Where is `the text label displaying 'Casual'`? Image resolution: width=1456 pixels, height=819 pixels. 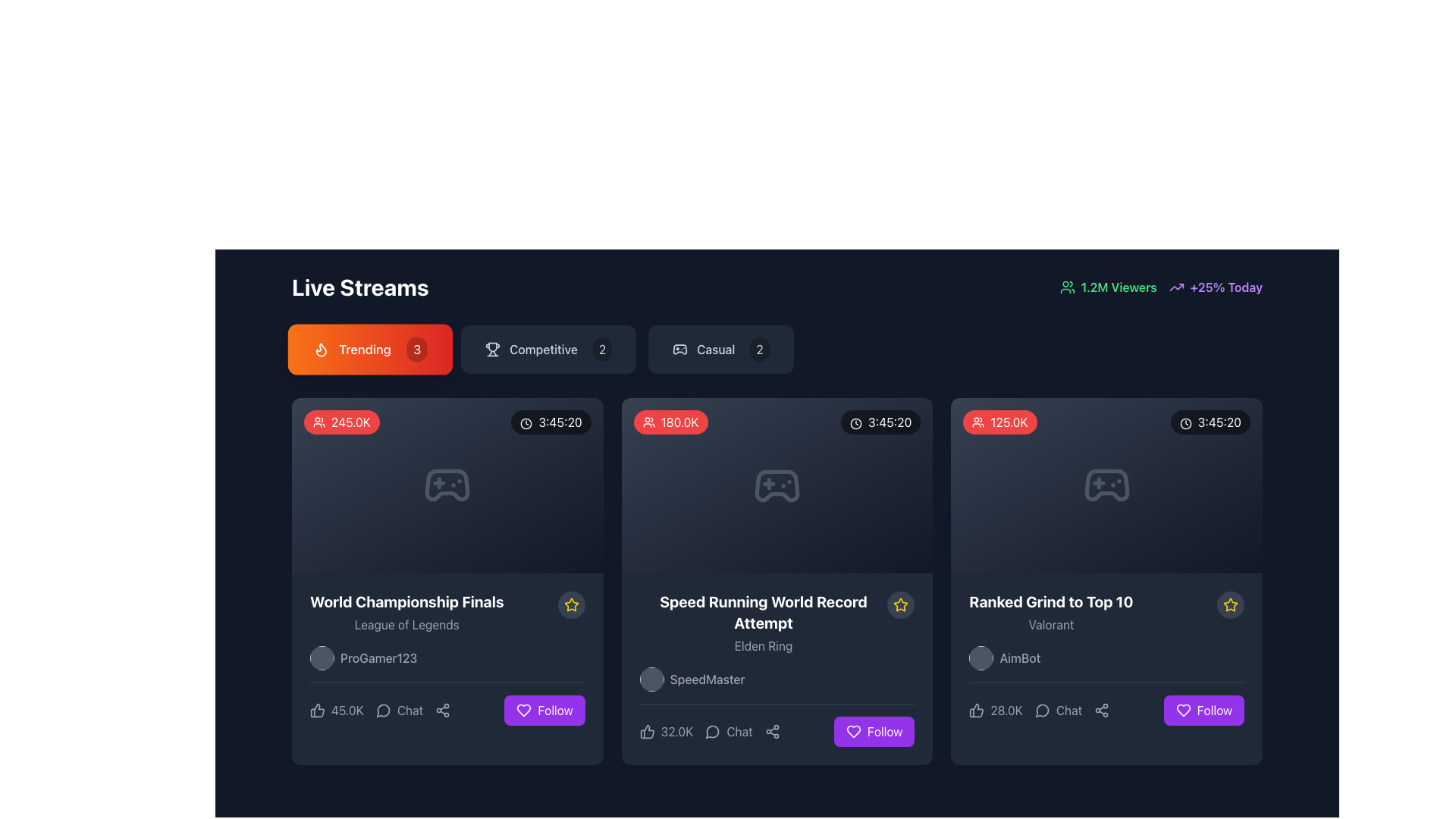
the text label displaying 'Casual' is located at coordinates (715, 350).